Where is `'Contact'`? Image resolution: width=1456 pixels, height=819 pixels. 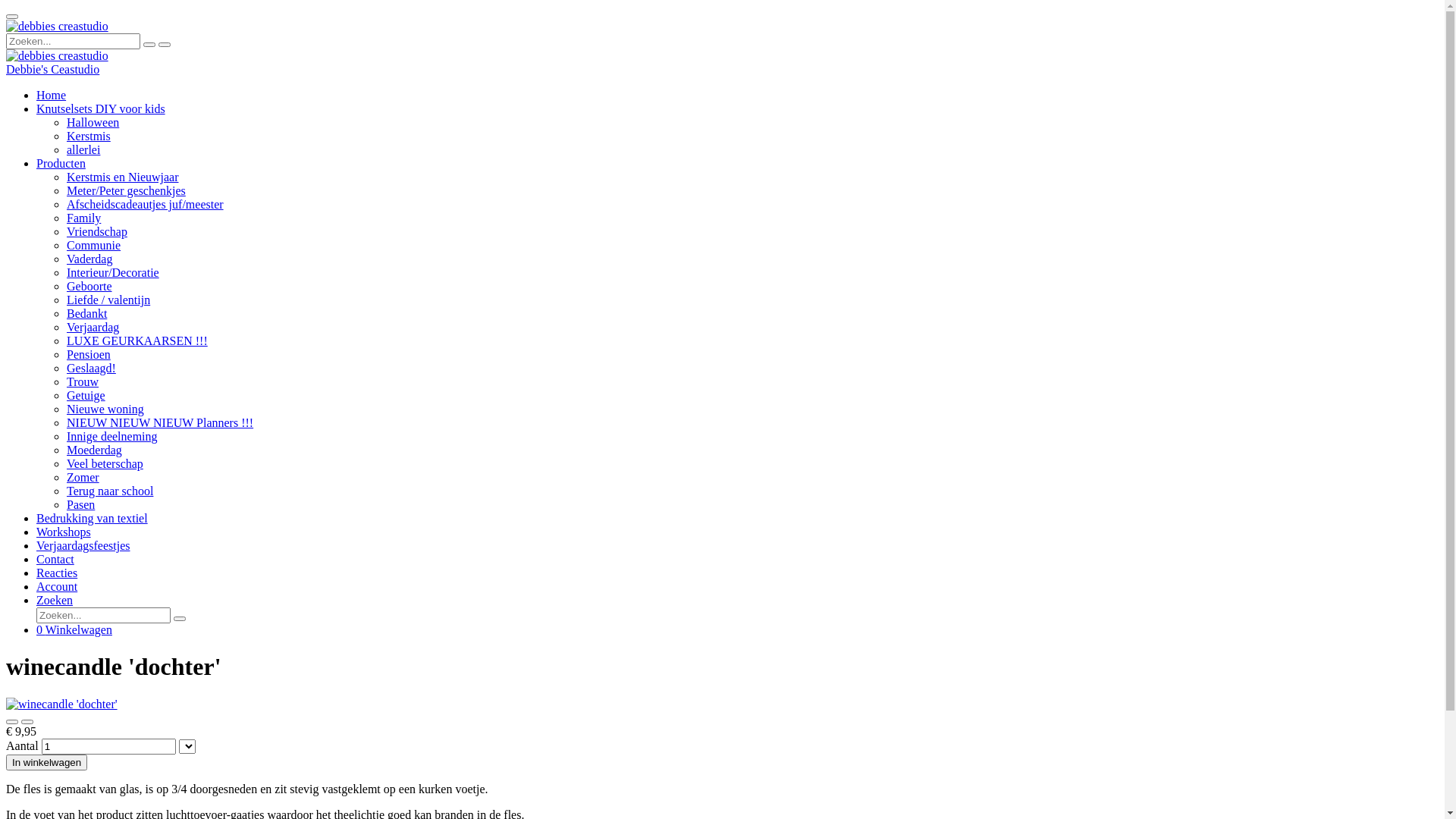 'Contact' is located at coordinates (36, 559).